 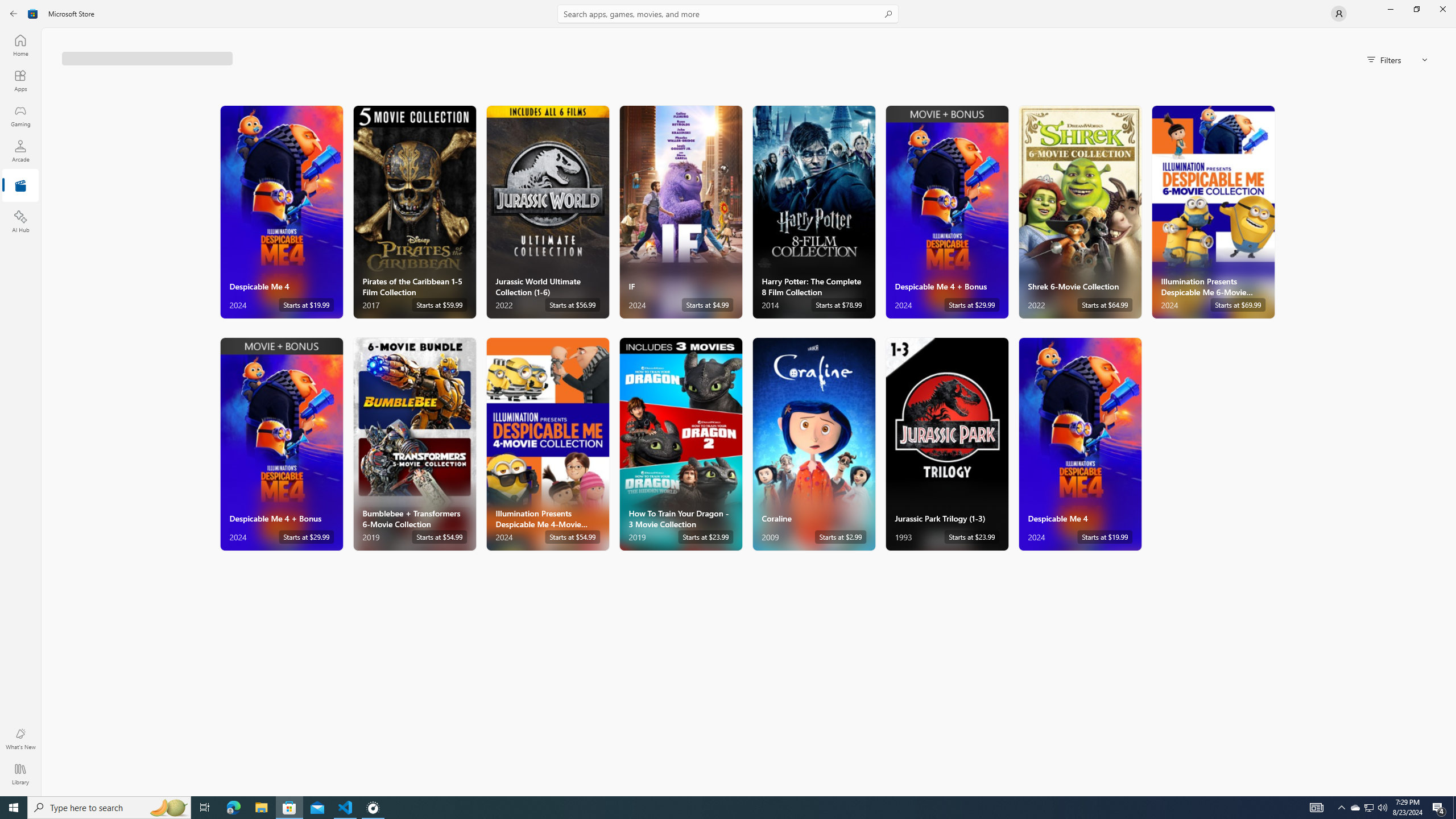 I want to click on 'AI Hub', so click(x=19, y=221).